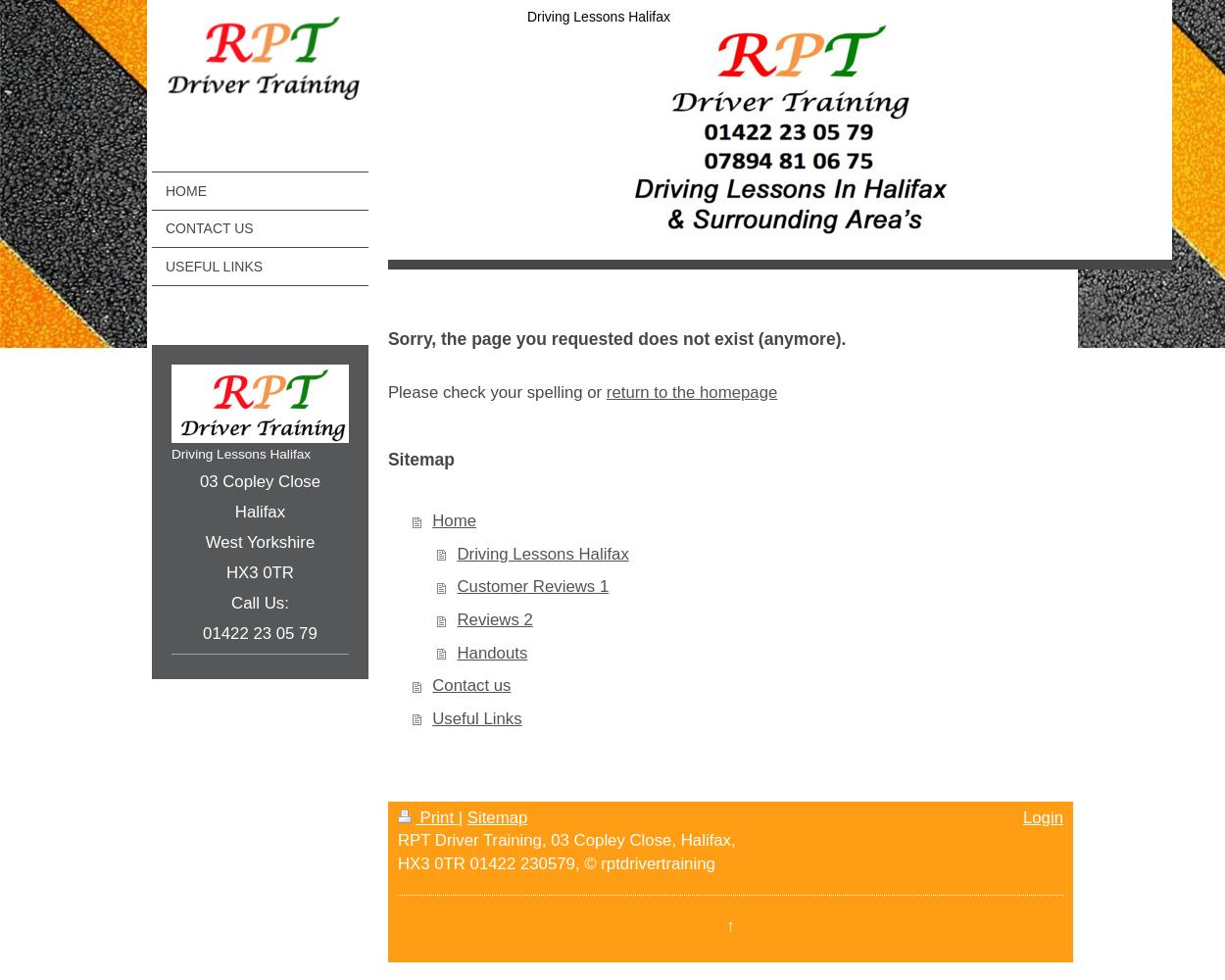 The height and width of the screenshot is (980, 1225). What do you see at coordinates (690, 392) in the screenshot?
I see `'return to the homepage'` at bounding box center [690, 392].